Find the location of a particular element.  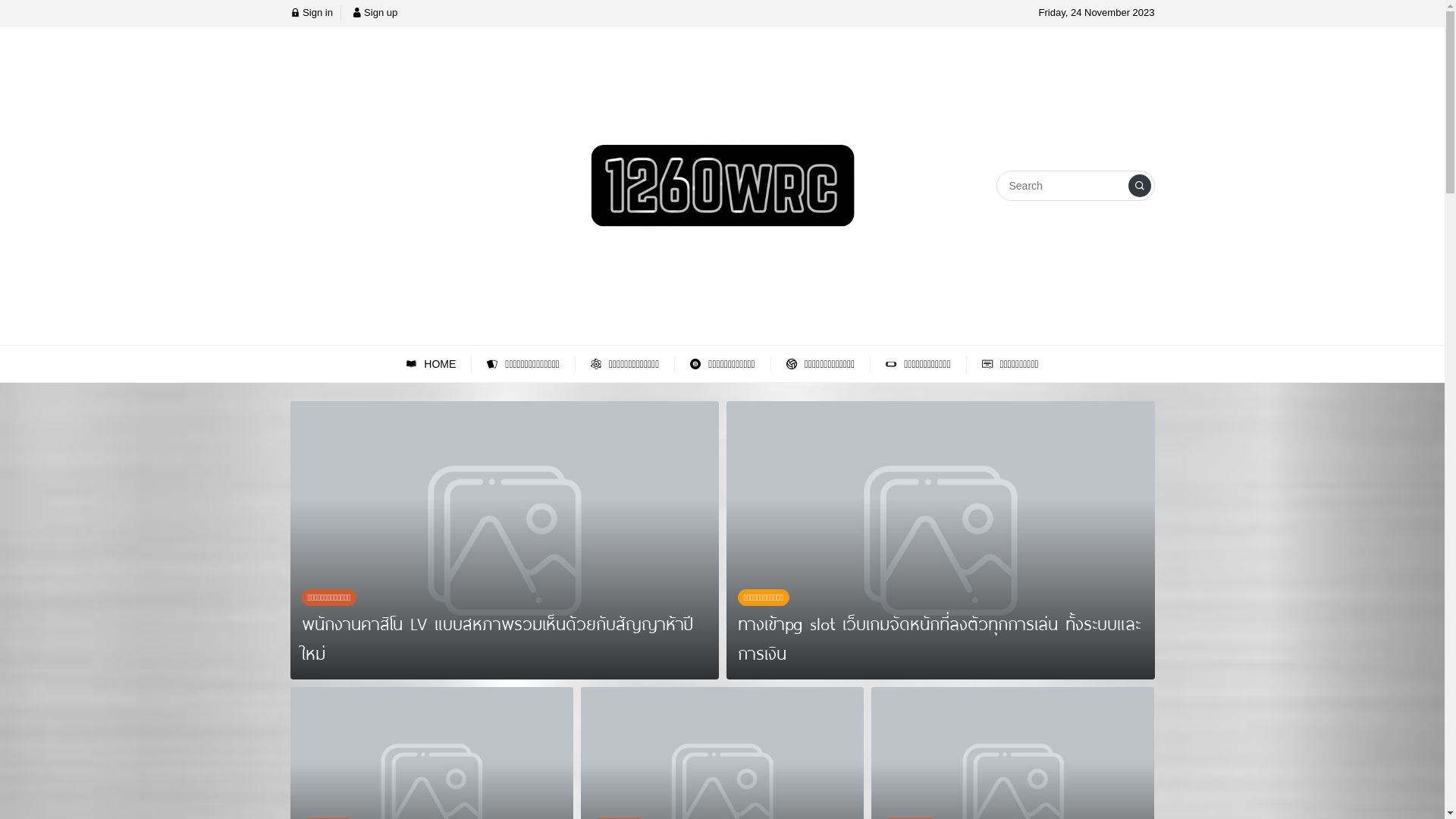

'Sign up' is located at coordinates (351, 12).